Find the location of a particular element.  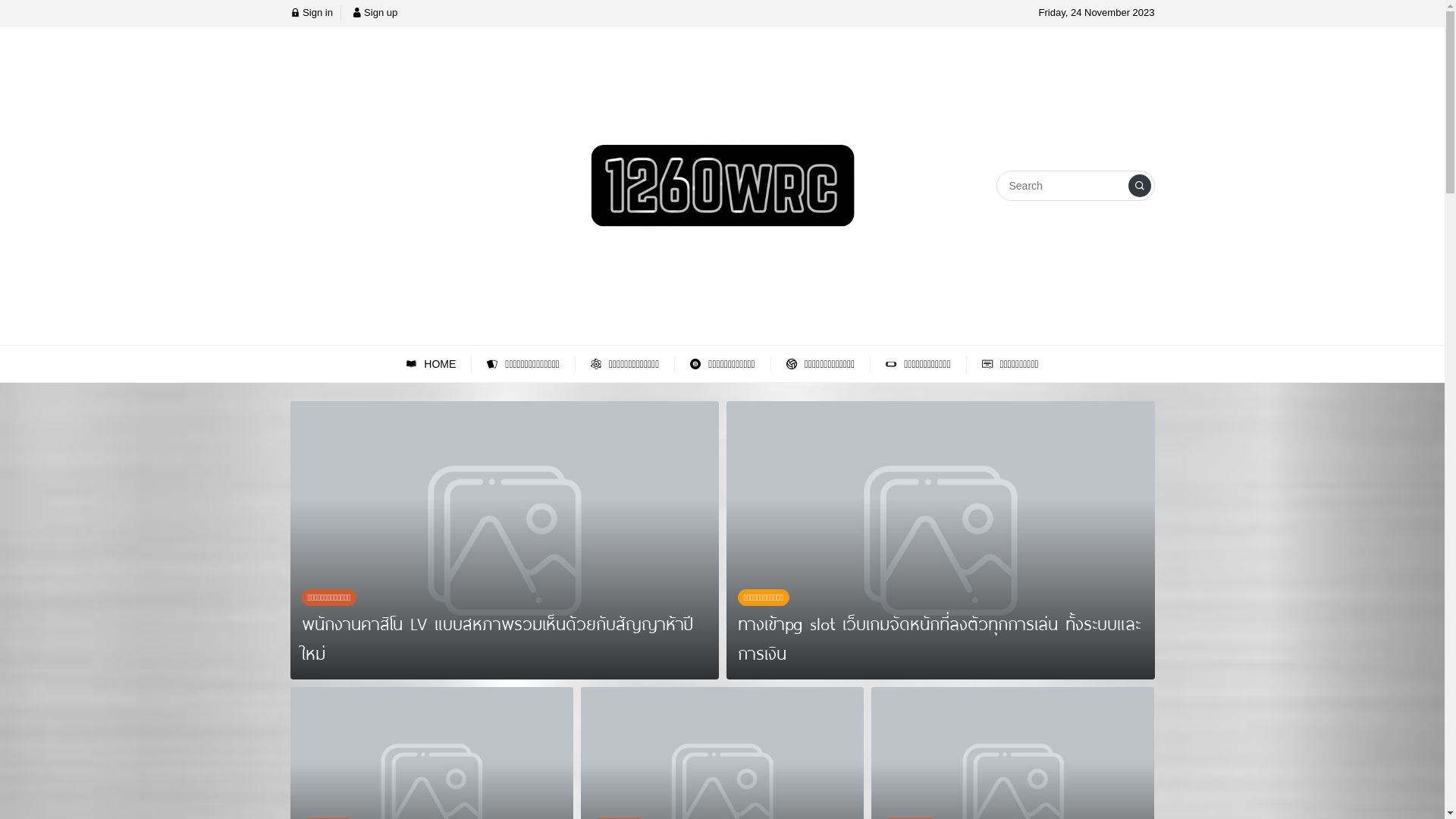

'Sign up' is located at coordinates (351, 12).